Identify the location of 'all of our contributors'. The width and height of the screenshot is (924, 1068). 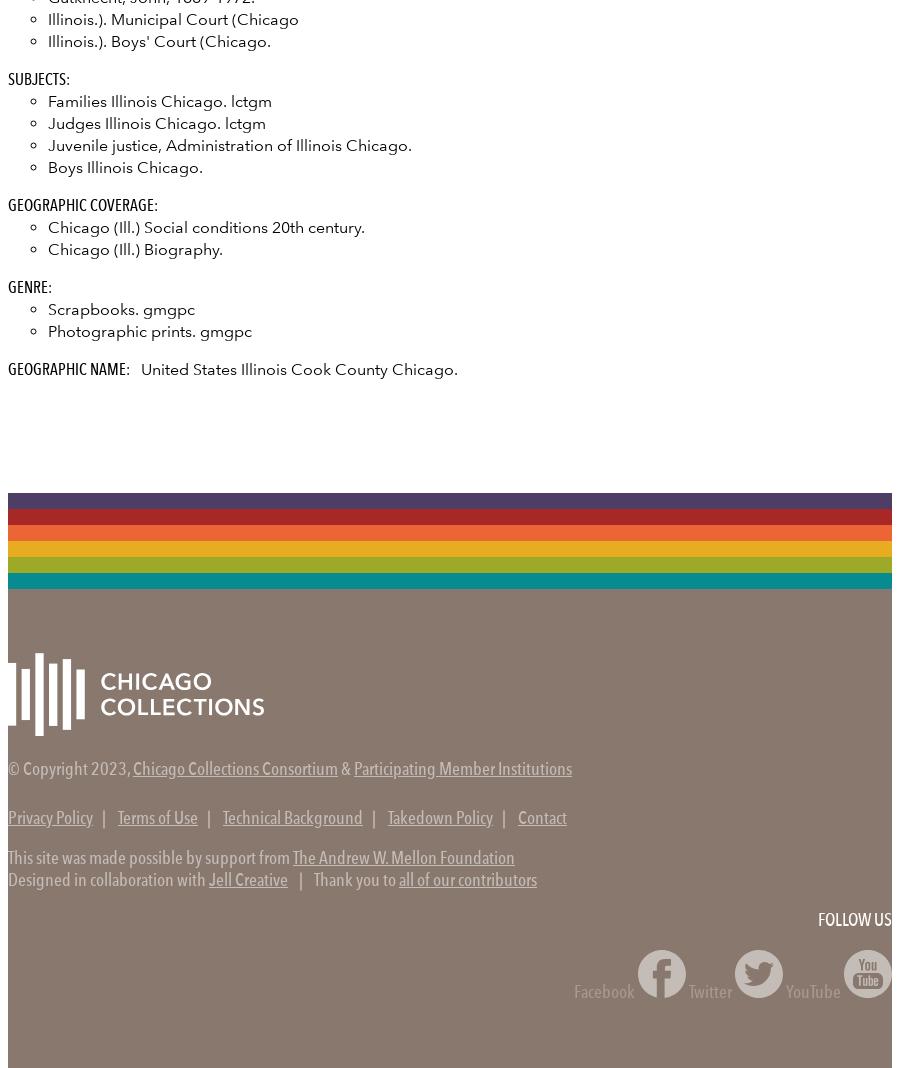
(467, 879).